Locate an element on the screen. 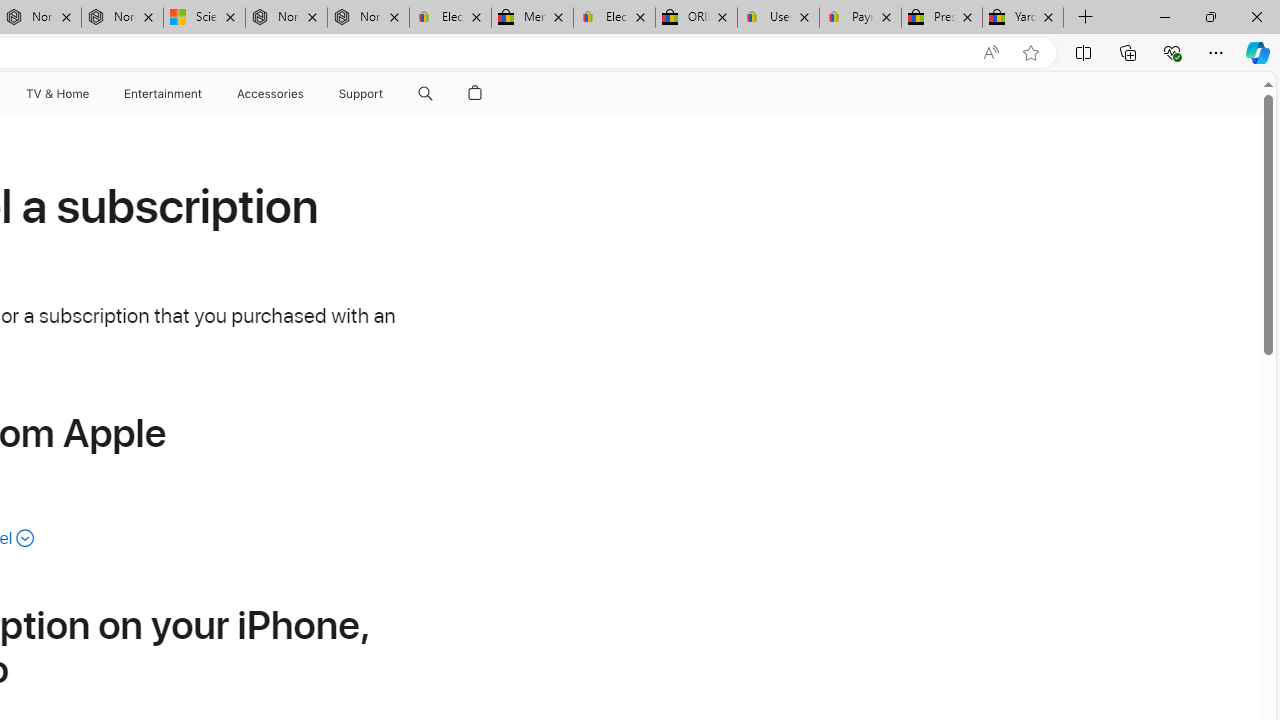  'Support' is located at coordinates (361, 93).